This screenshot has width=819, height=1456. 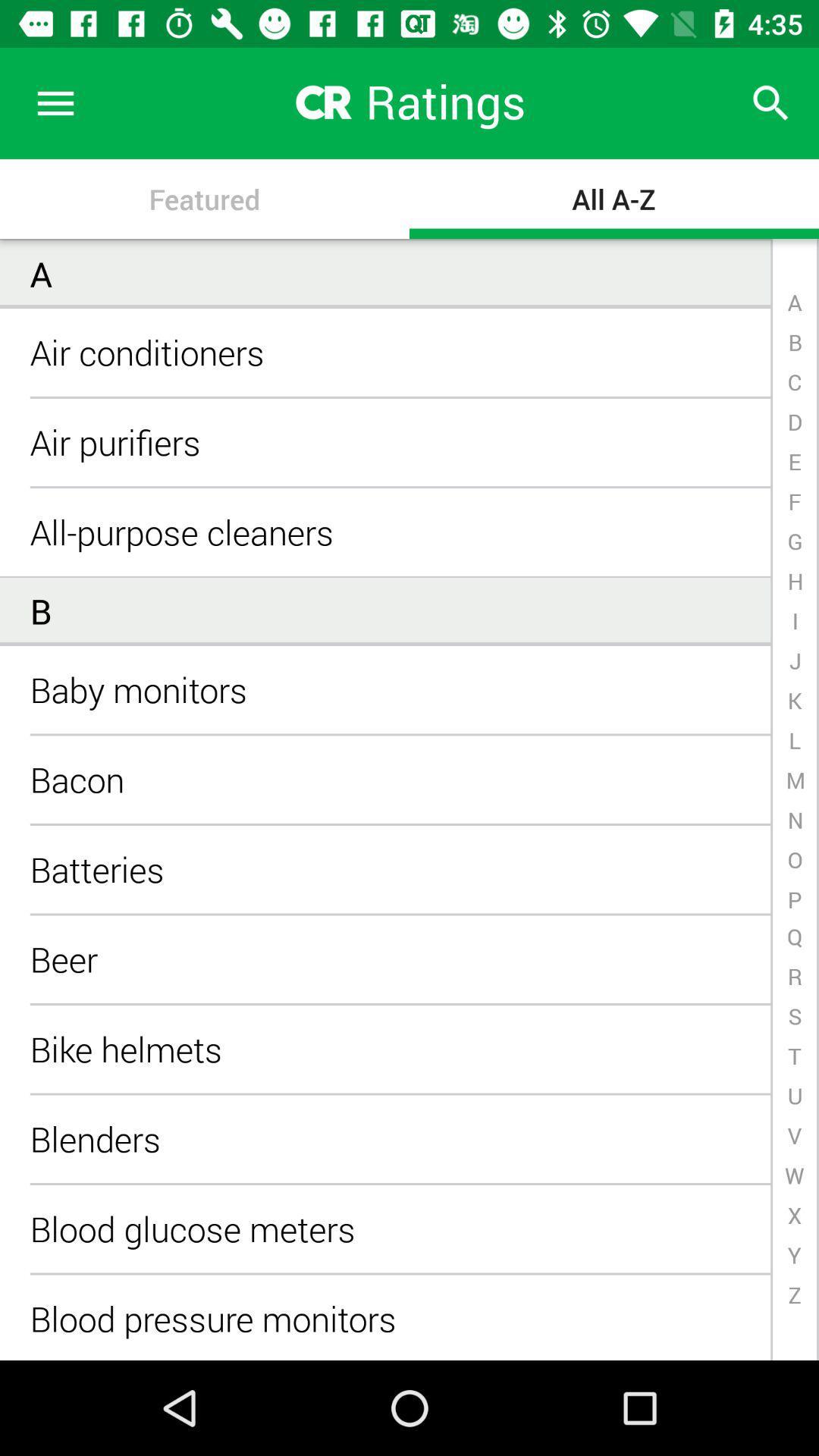 What do you see at coordinates (771, 102) in the screenshot?
I see `the icon next to the ratings icon` at bounding box center [771, 102].